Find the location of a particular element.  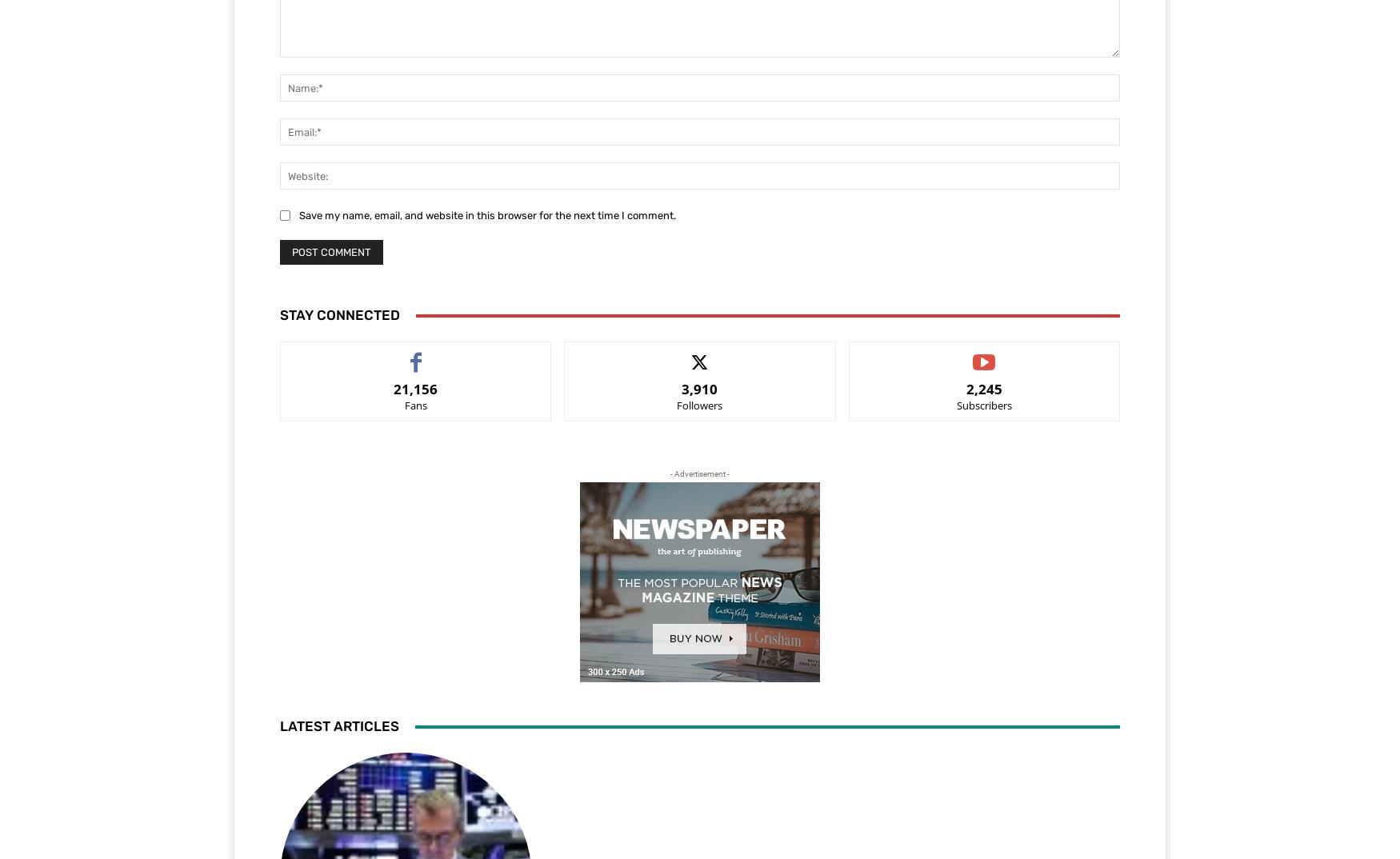

'Stay Connected' is located at coordinates (339, 315).